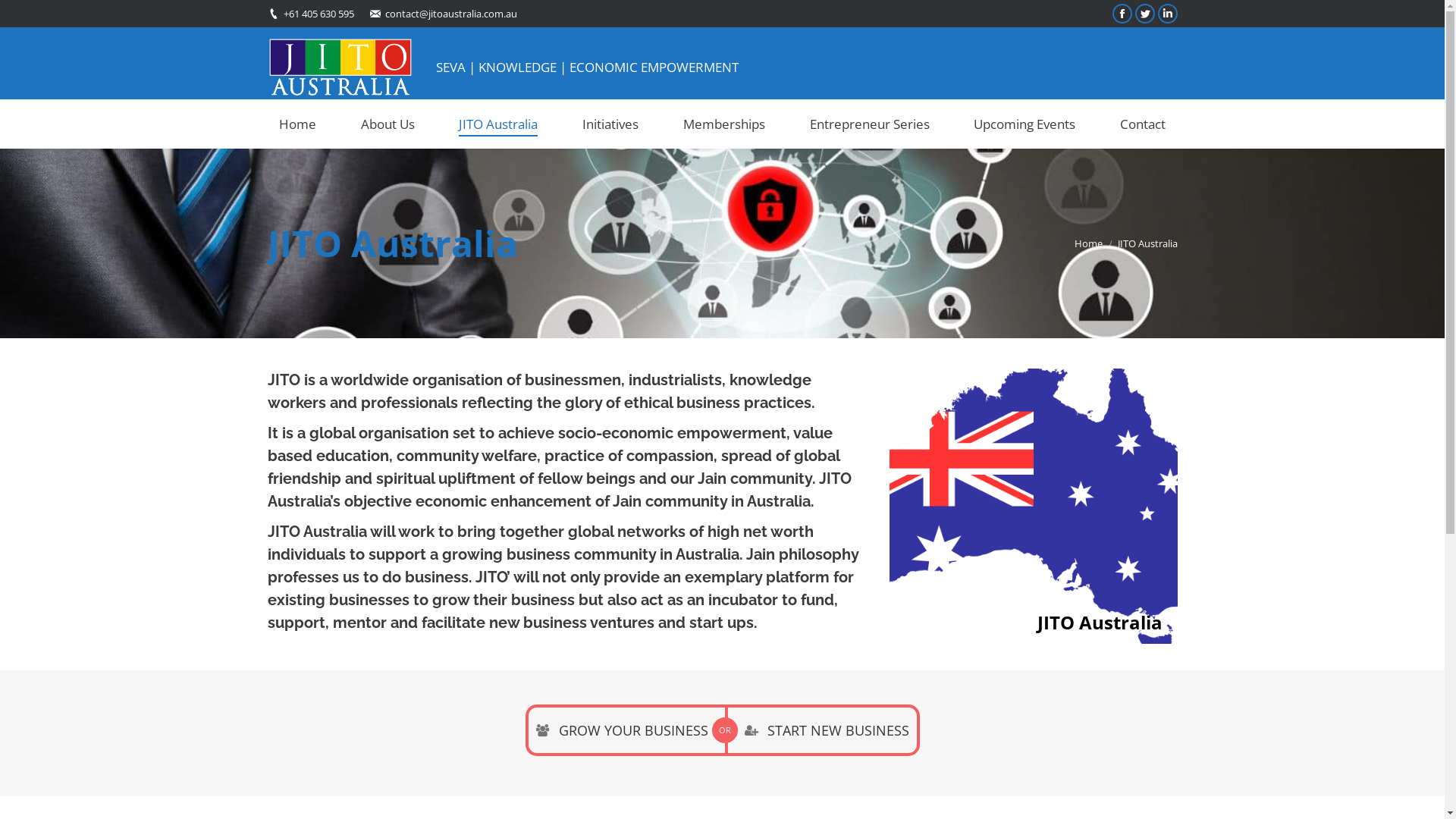  What do you see at coordinates (723, 123) in the screenshot?
I see `'Memberships'` at bounding box center [723, 123].